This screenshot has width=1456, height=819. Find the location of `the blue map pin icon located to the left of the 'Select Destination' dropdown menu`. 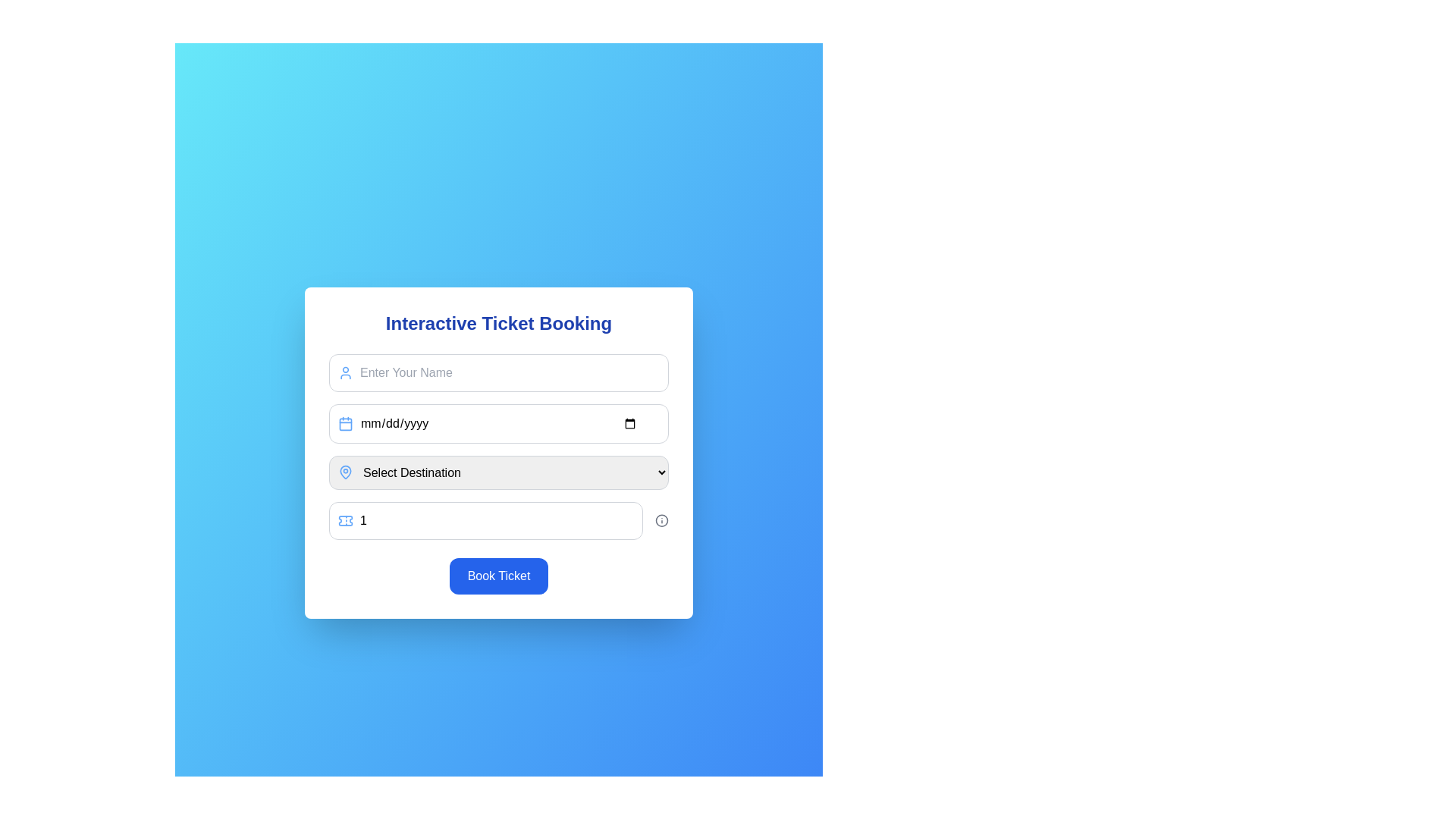

the blue map pin icon located to the left of the 'Select Destination' dropdown menu is located at coordinates (345, 472).